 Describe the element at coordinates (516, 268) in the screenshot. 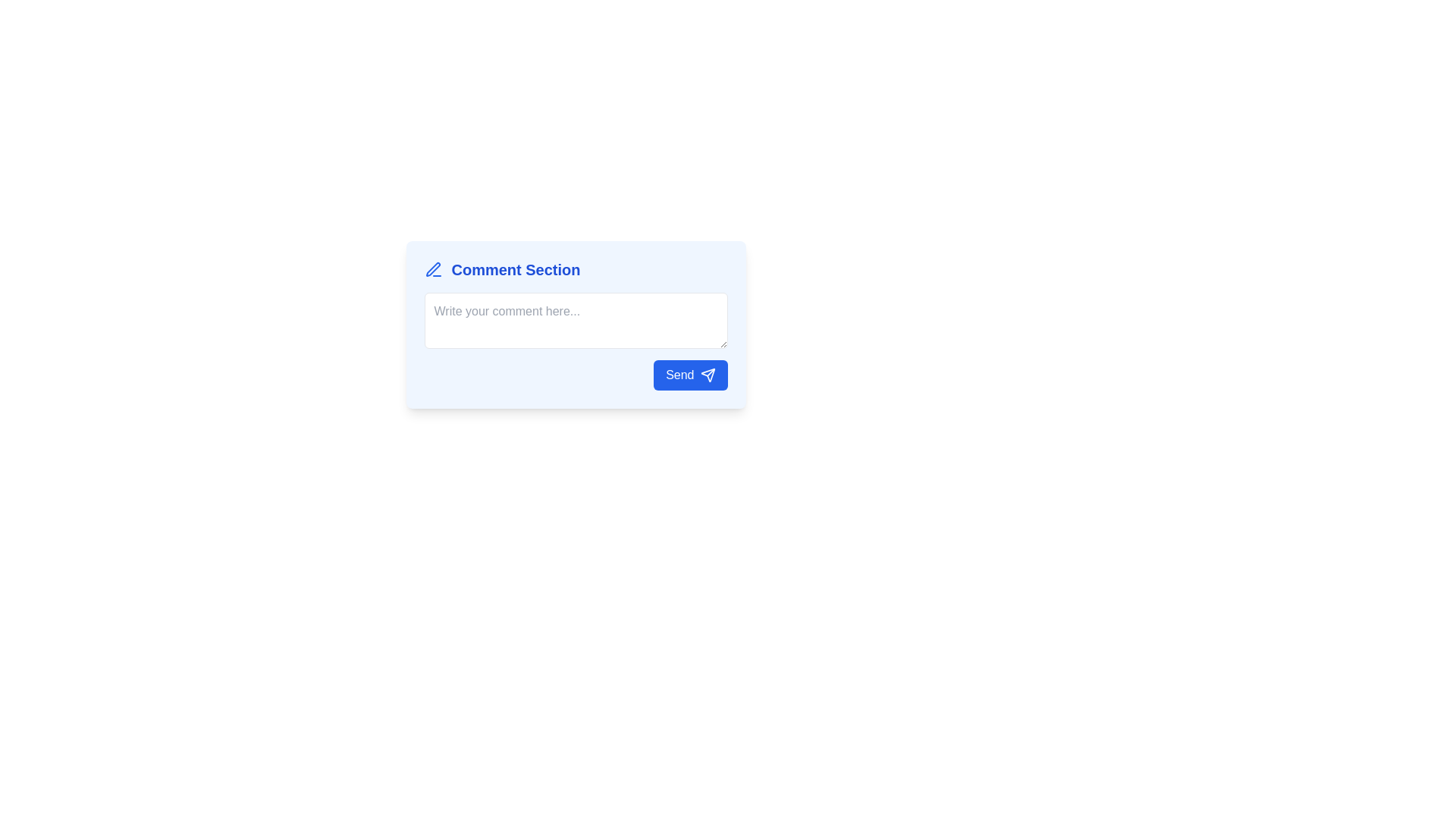

I see `the Static Text element displaying 'Comment Section' in a large, bold blue font, located next to a pen icon in the comment input area` at that location.